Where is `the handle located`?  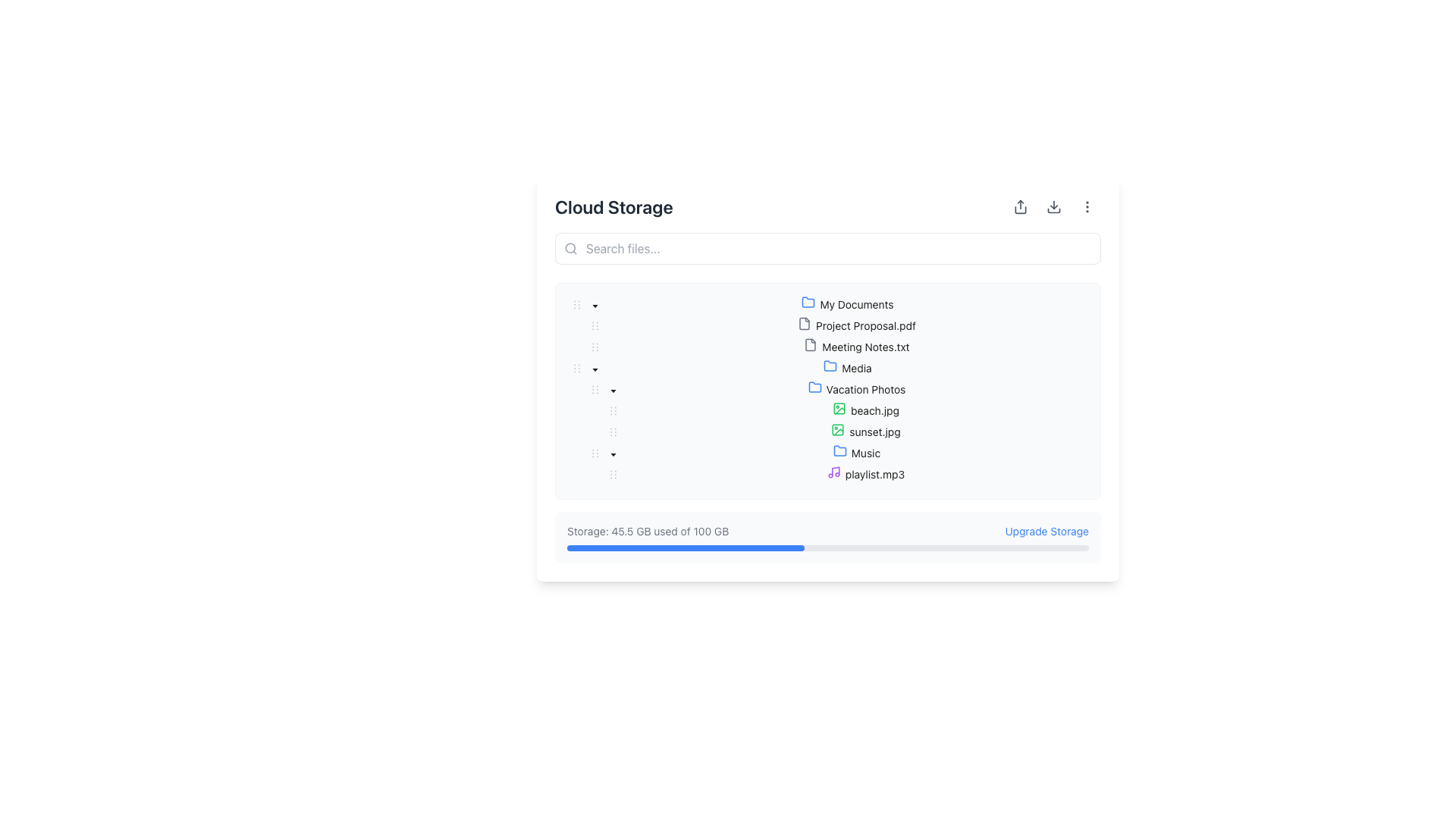 the handle located is located at coordinates (613, 432).